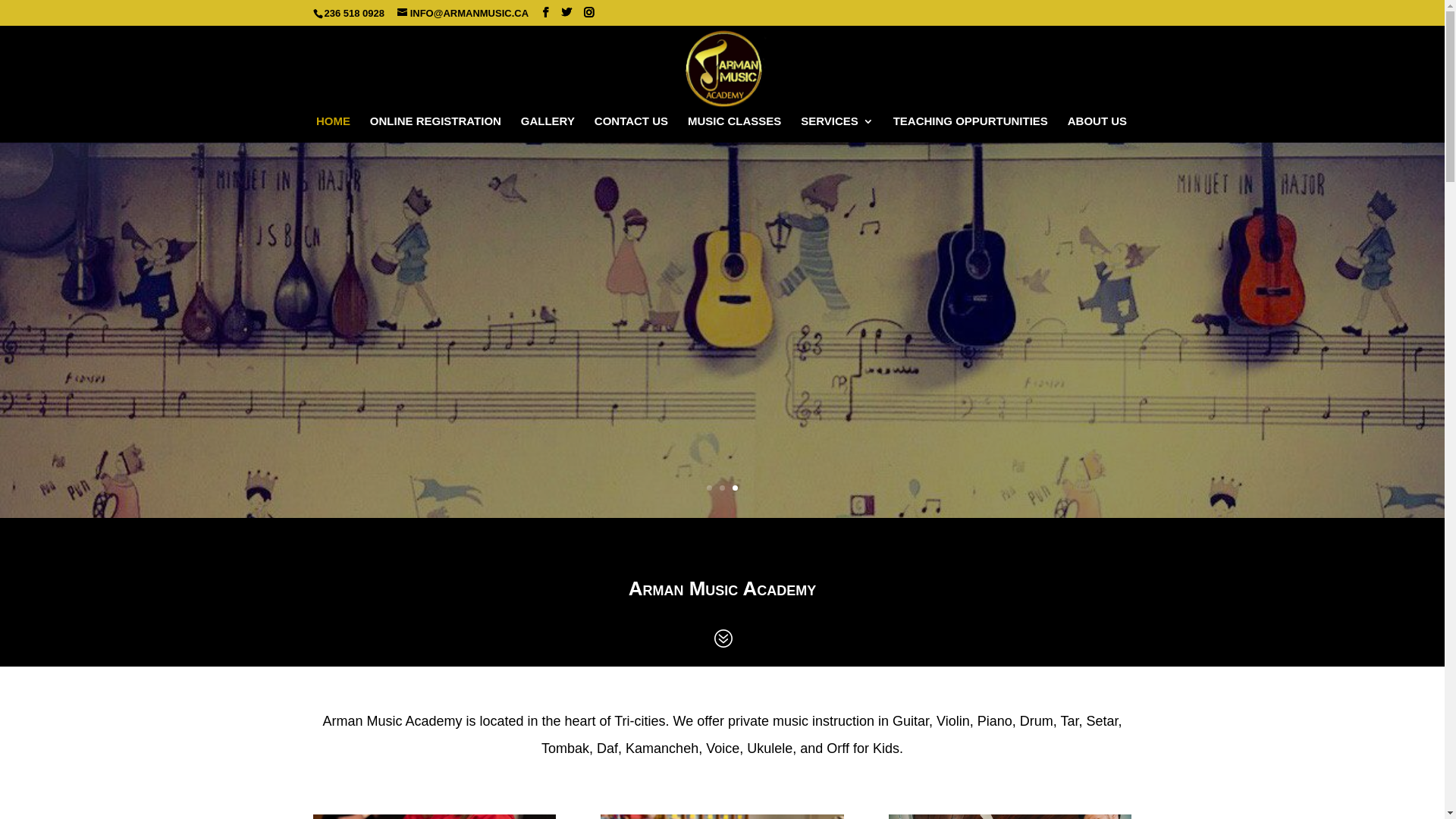 The width and height of the screenshot is (1456, 819). Describe the element at coordinates (435, 127) in the screenshot. I see `'ONLINE REGISTRATION'` at that location.